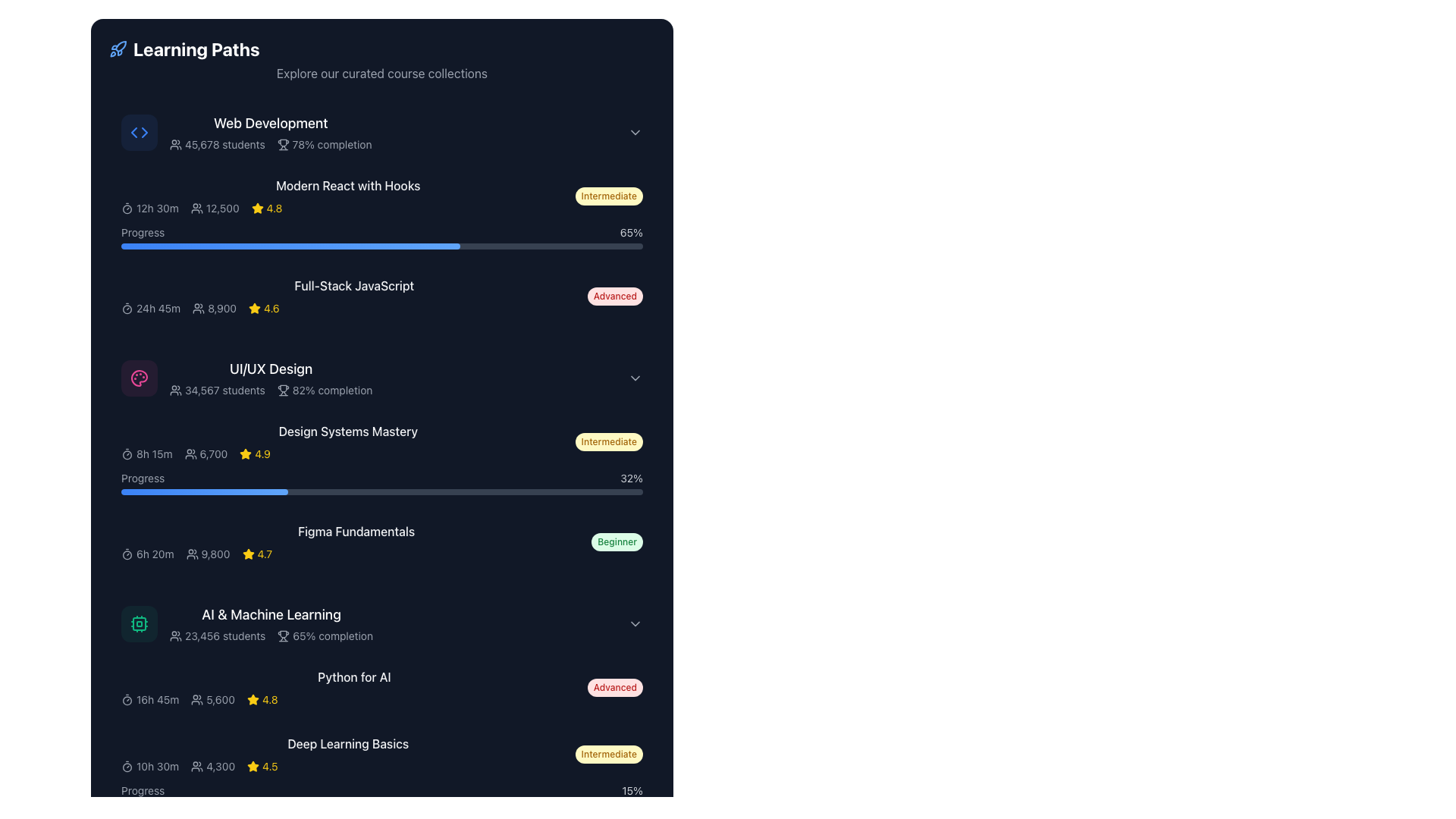  What do you see at coordinates (139, 377) in the screenshot?
I see `graphical icon representing the UI/UX Design course located to the left of the course title and metadata` at bounding box center [139, 377].